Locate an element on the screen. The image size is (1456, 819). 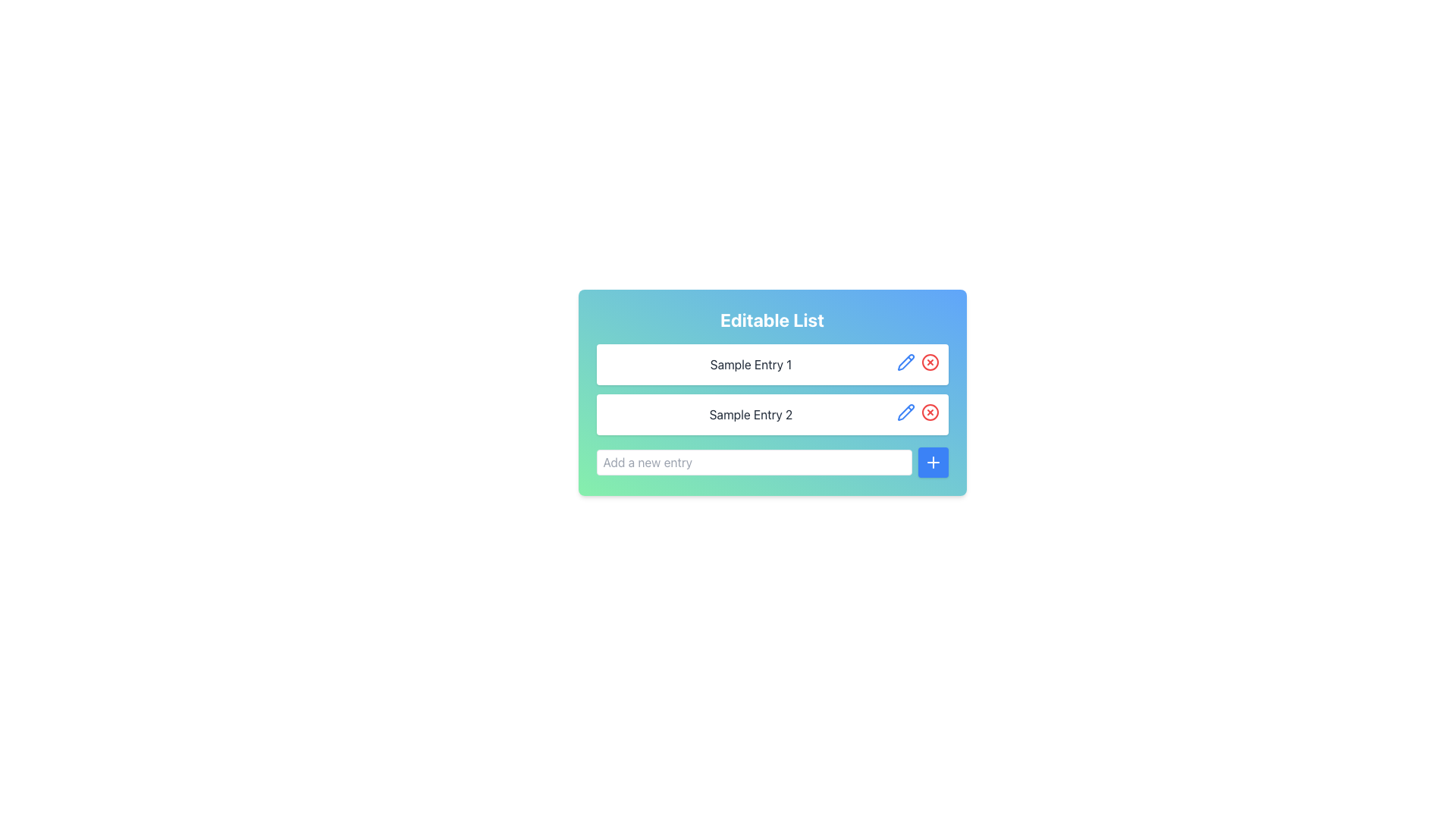
the first item in the vertically stacked list labeled 'Editable List', which allows editing or deleting options is located at coordinates (772, 365).